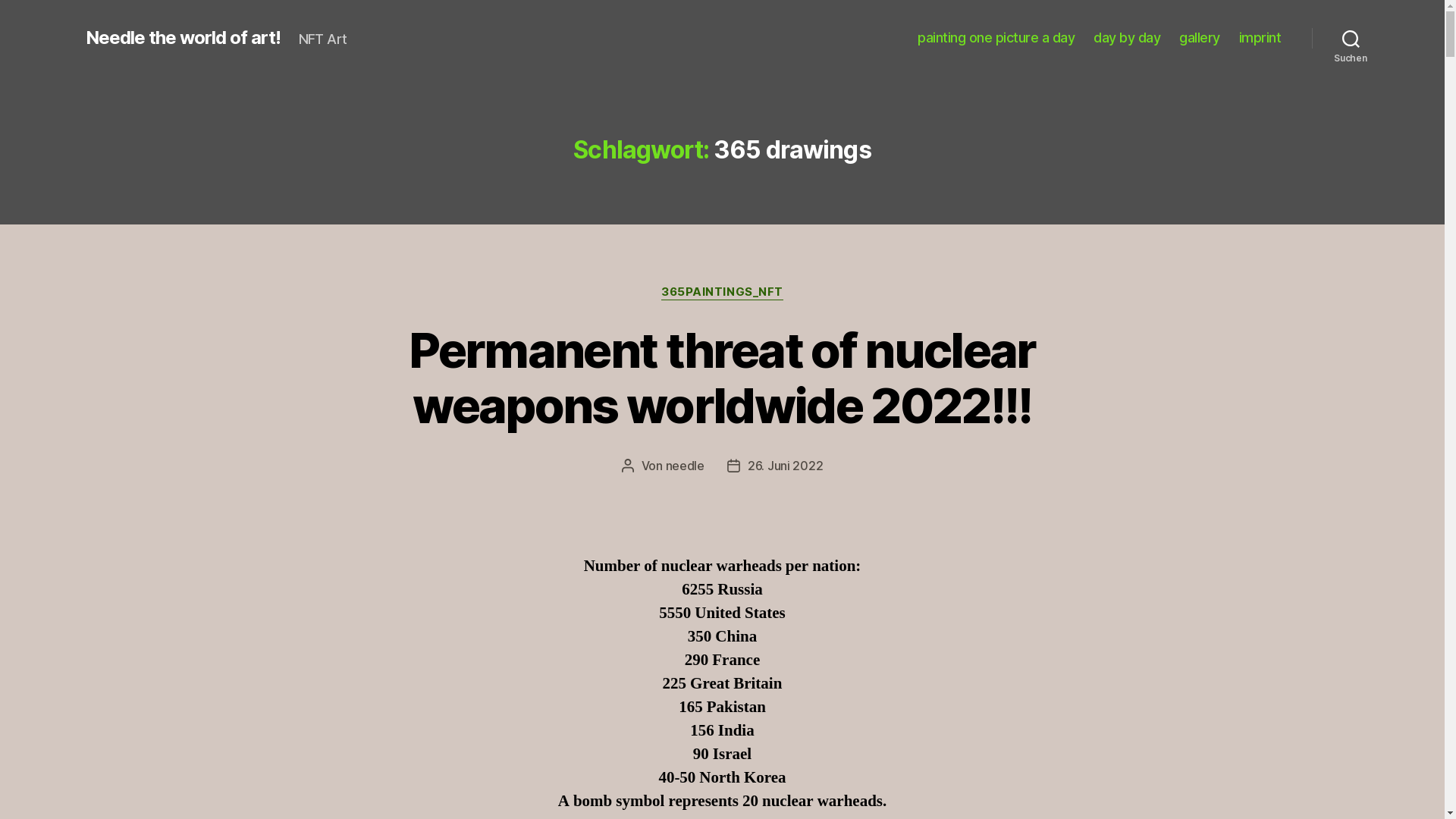  I want to click on 'needle', so click(666, 464).